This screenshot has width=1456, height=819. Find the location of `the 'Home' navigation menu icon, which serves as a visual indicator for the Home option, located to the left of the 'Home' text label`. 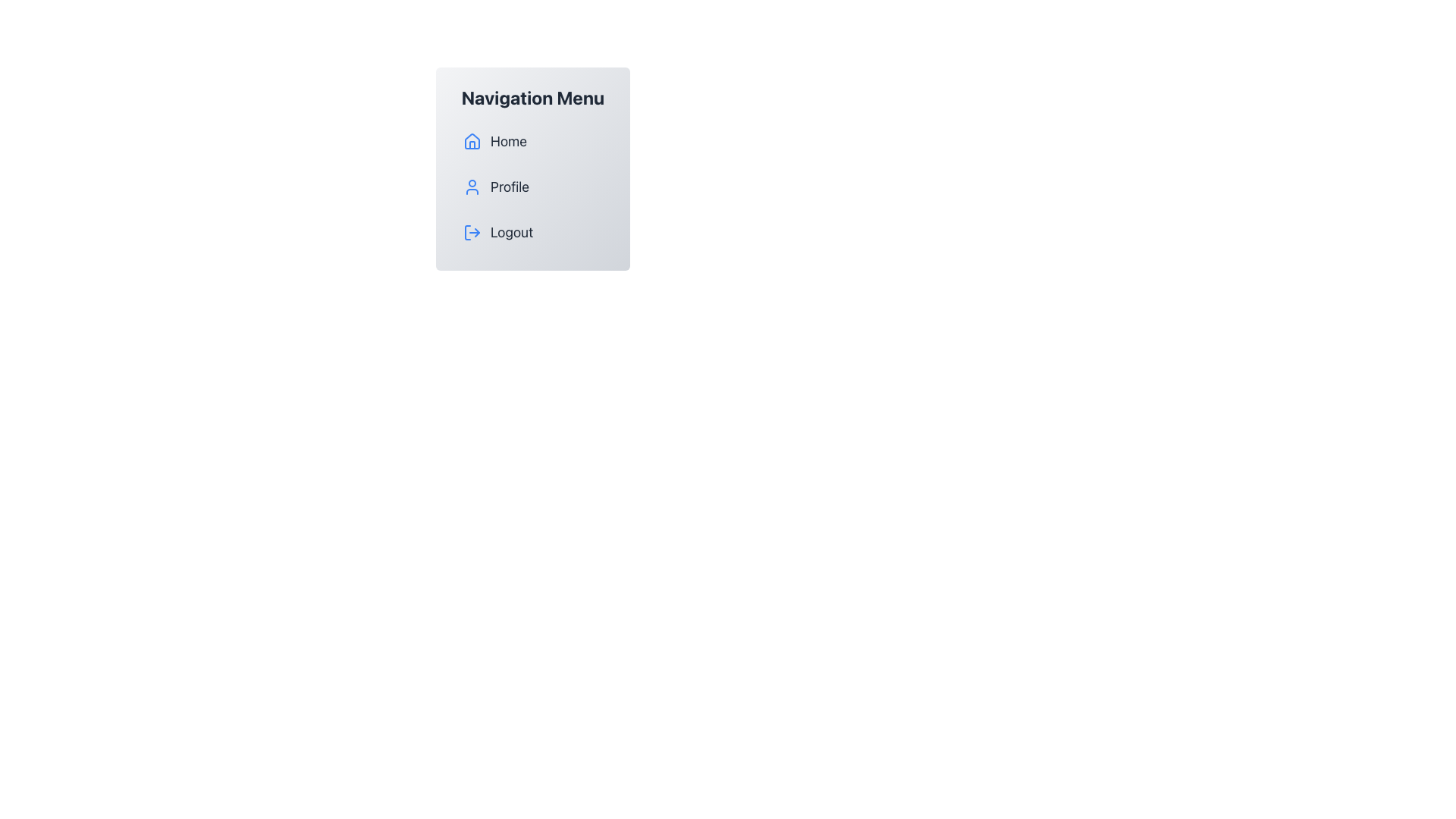

the 'Home' navigation menu icon, which serves as a visual indicator for the Home option, located to the left of the 'Home' text label is located at coordinates (472, 141).